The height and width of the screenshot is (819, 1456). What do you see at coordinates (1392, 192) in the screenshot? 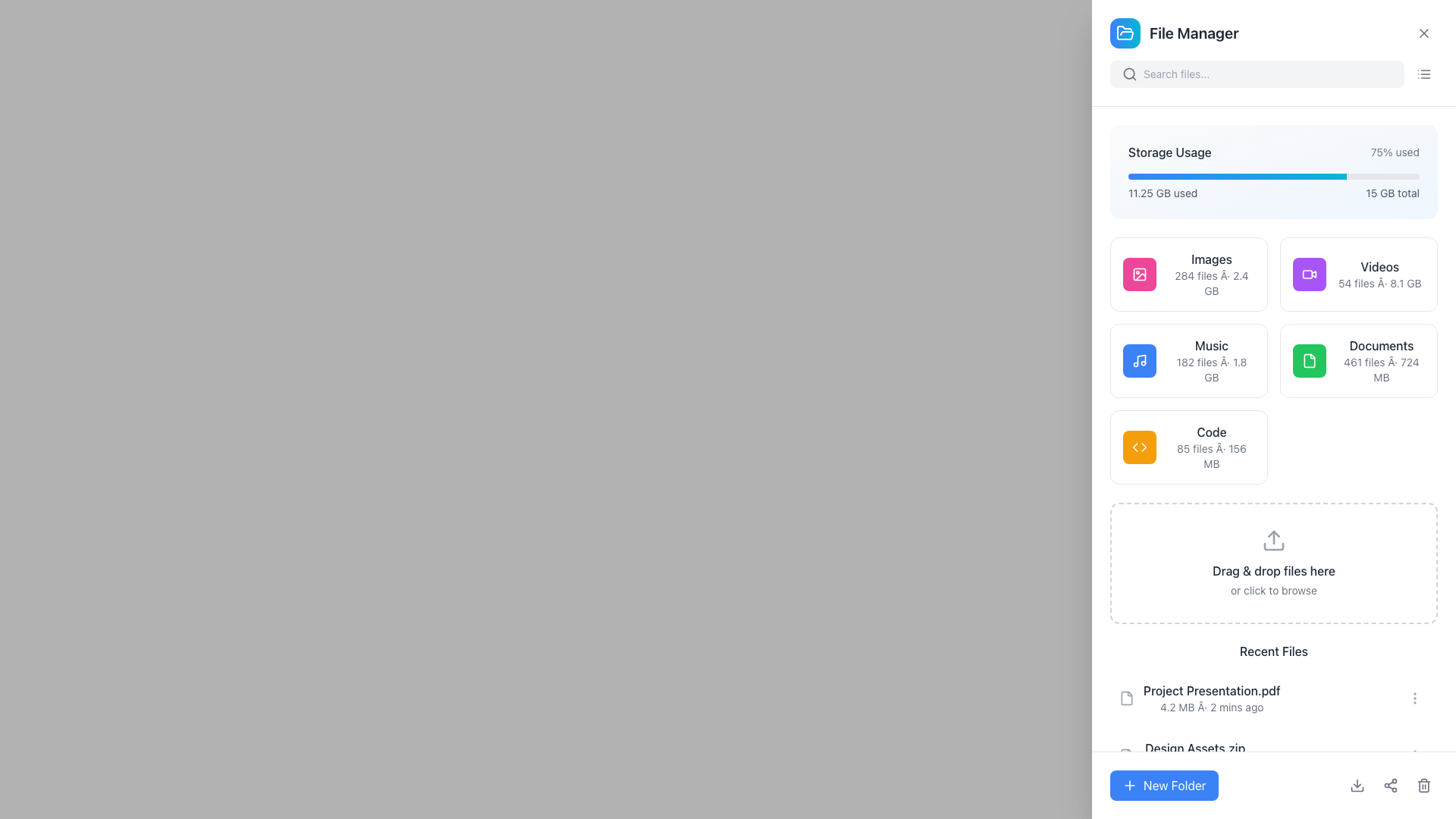
I see `the non-interactive text label displaying total storage available, located to the right of the '11.25 GB used' text in the 'Storage Usage' section` at bounding box center [1392, 192].